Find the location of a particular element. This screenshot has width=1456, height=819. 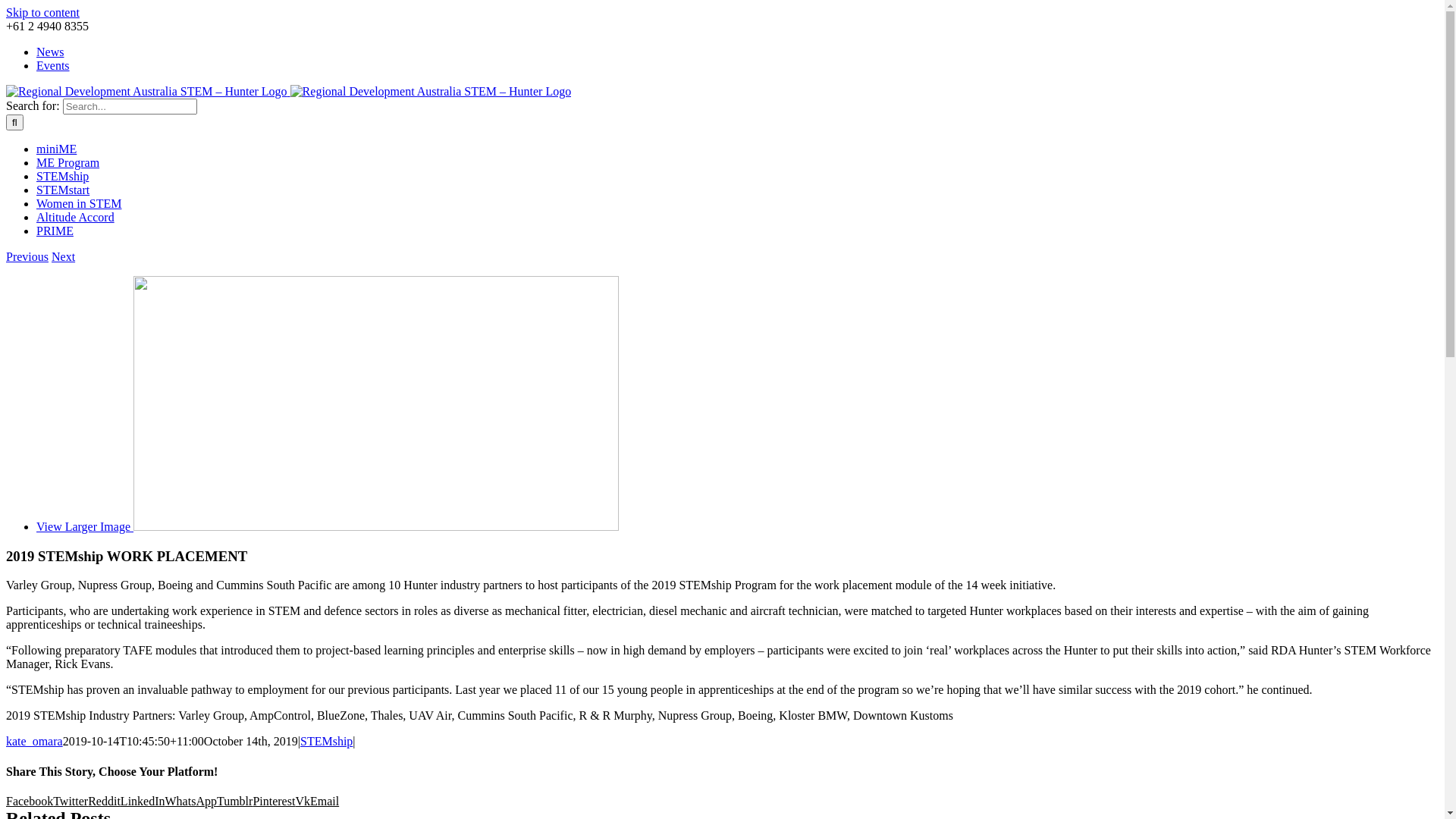

'News' is located at coordinates (36, 51).